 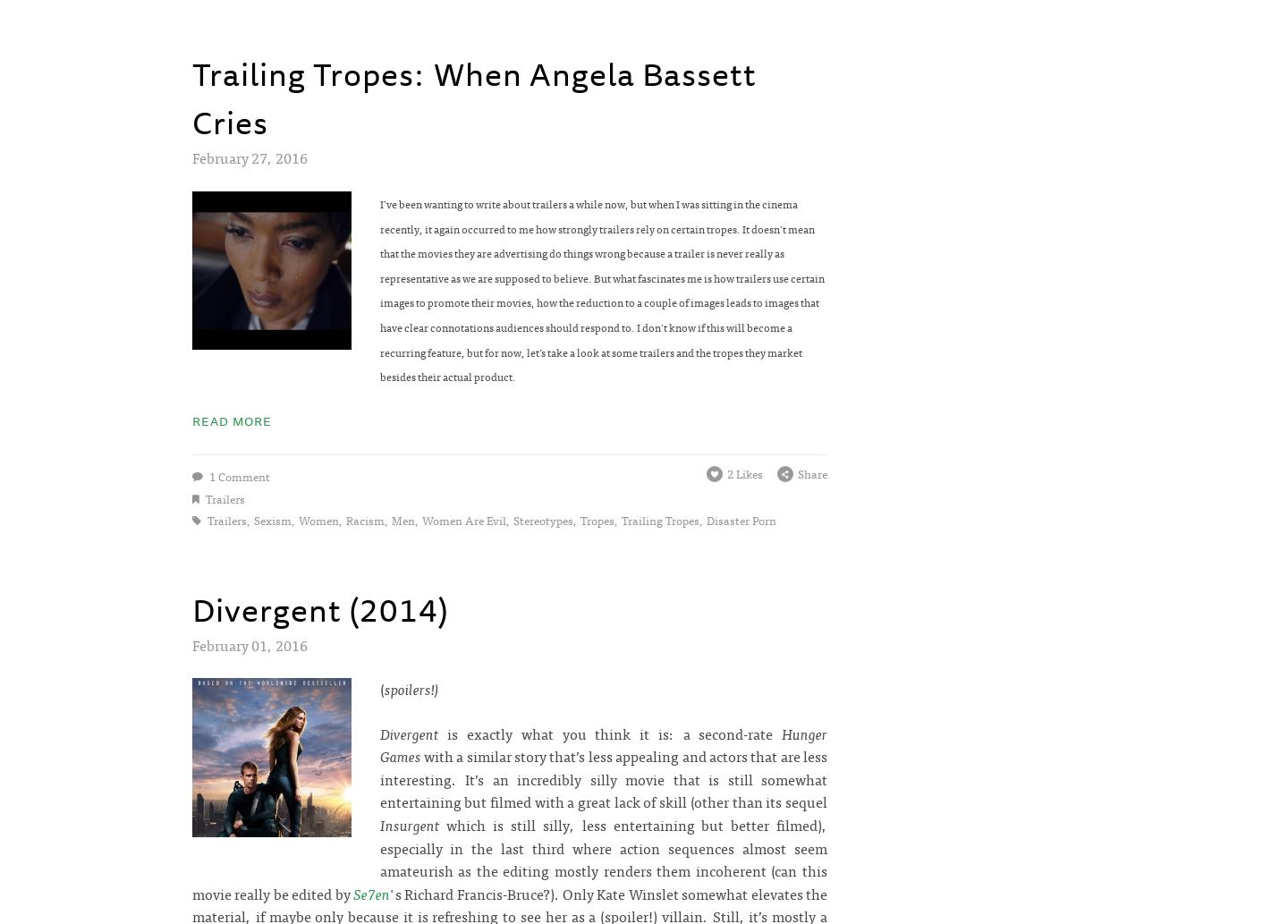 I want to click on 'Se7en', so click(x=351, y=891).